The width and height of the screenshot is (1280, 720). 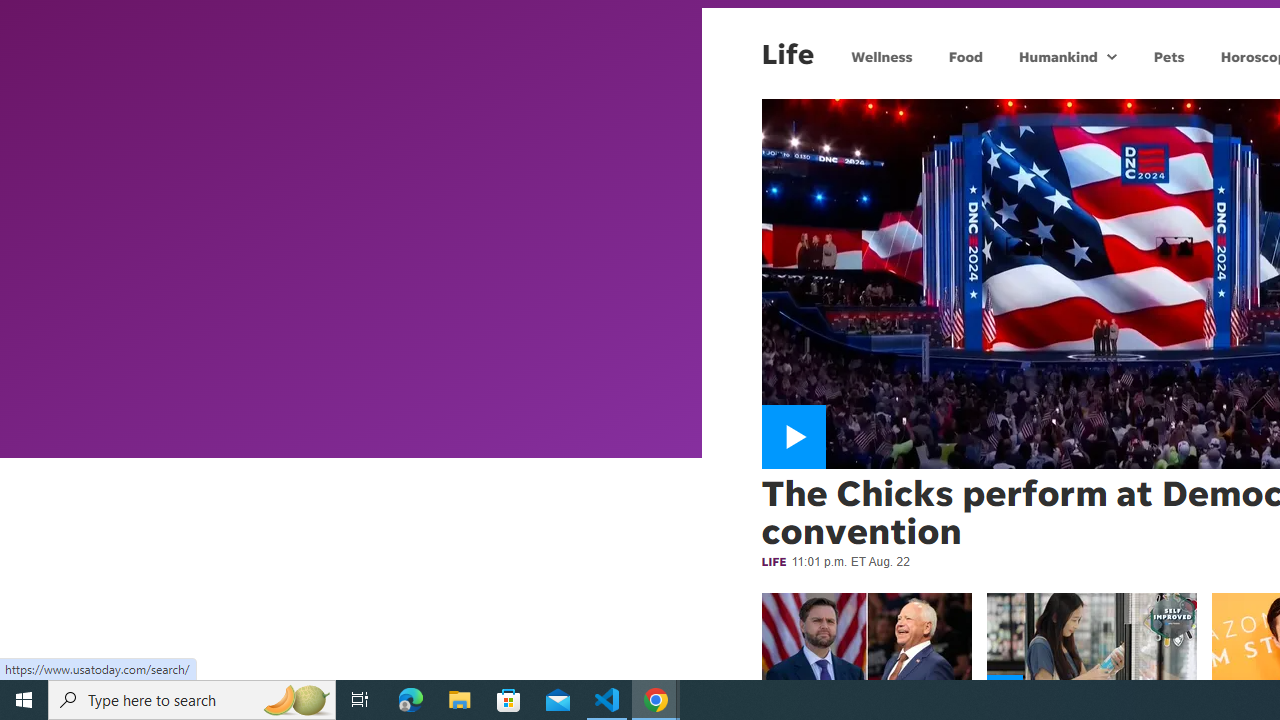 I want to click on 'Humankind', so click(x=1055, y=55).